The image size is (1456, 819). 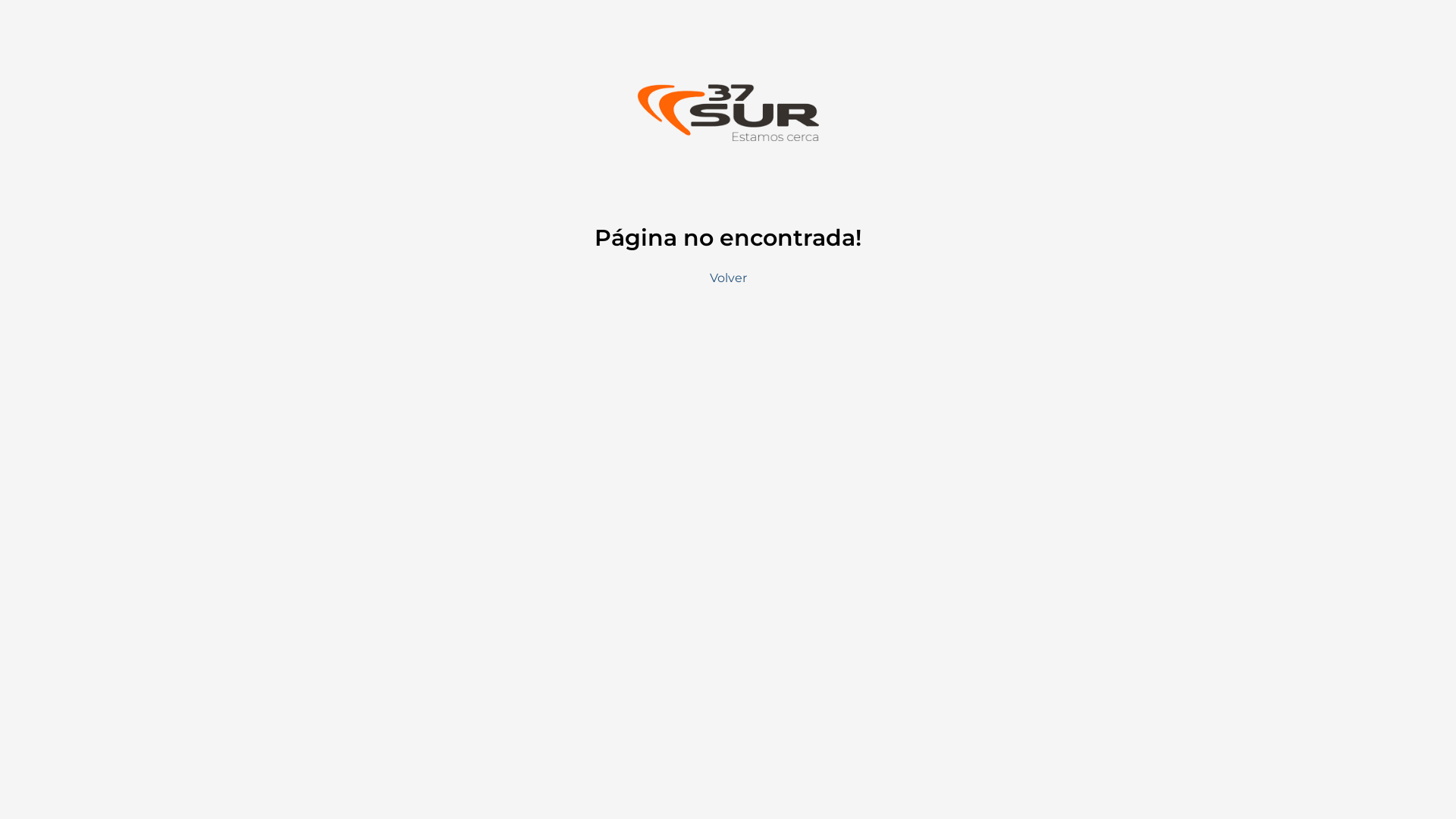 What do you see at coordinates (728, 278) in the screenshot?
I see `'Volver'` at bounding box center [728, 278].